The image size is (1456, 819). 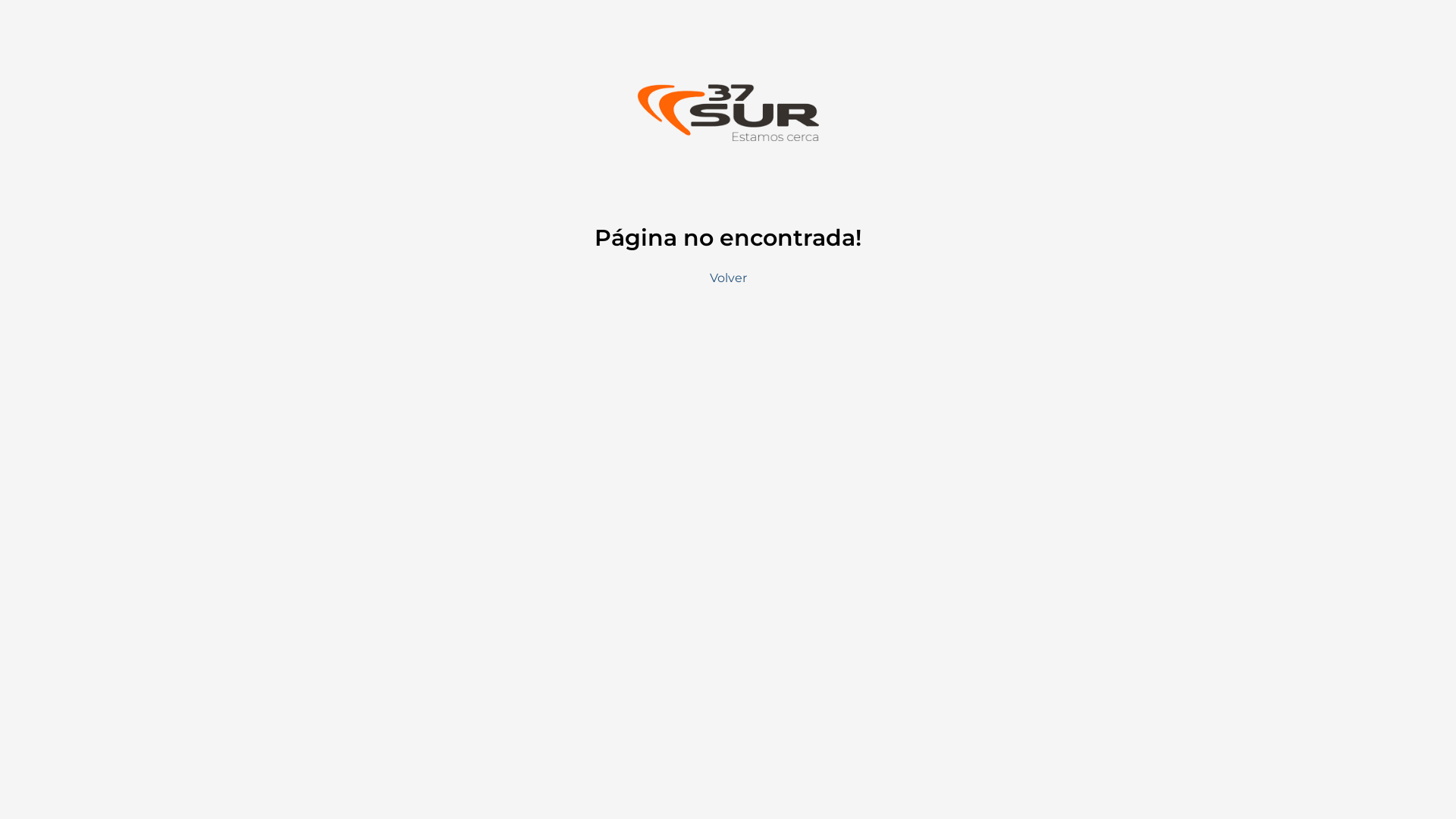 What do you see at coordinates (728, 278) in the screenshot?
I see `'Volver'` at bounding box center [728, 278].